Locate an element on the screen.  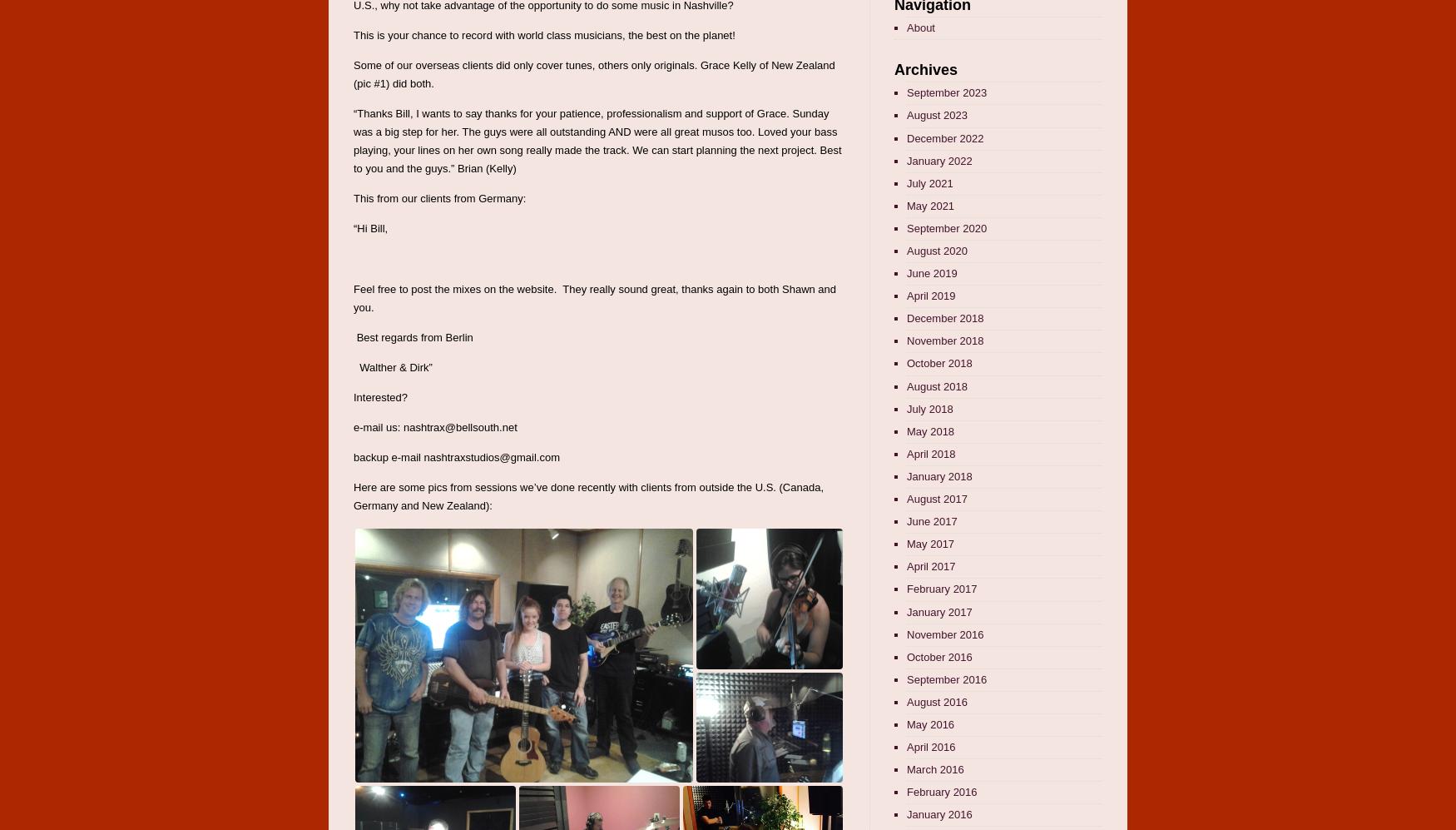
'Interested?' is located at coordinates (380, 397).